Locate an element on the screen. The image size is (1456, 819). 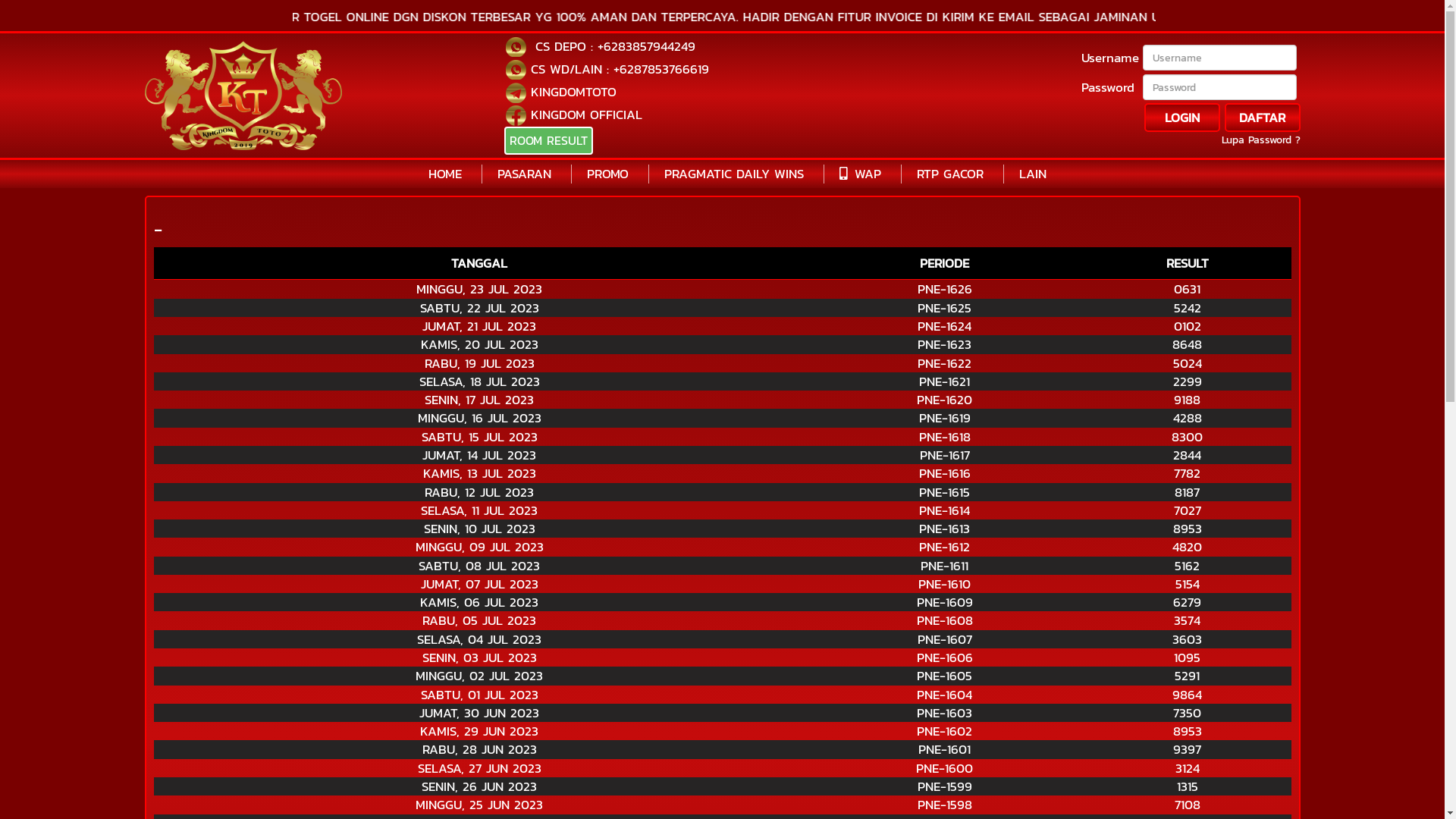
'HOME' is located at coordinates (428, 172).